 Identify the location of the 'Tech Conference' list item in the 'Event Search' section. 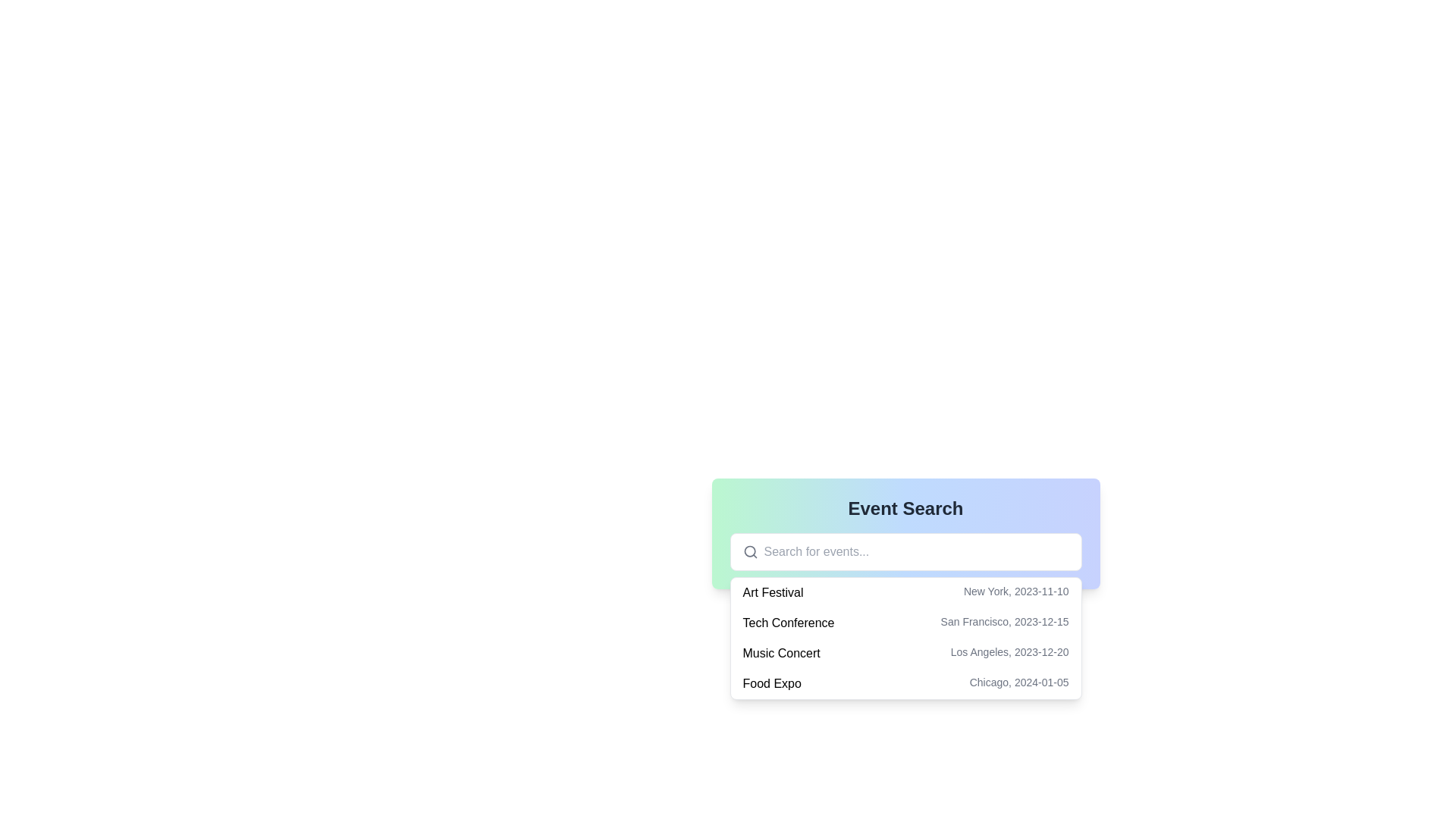
(905, 623).